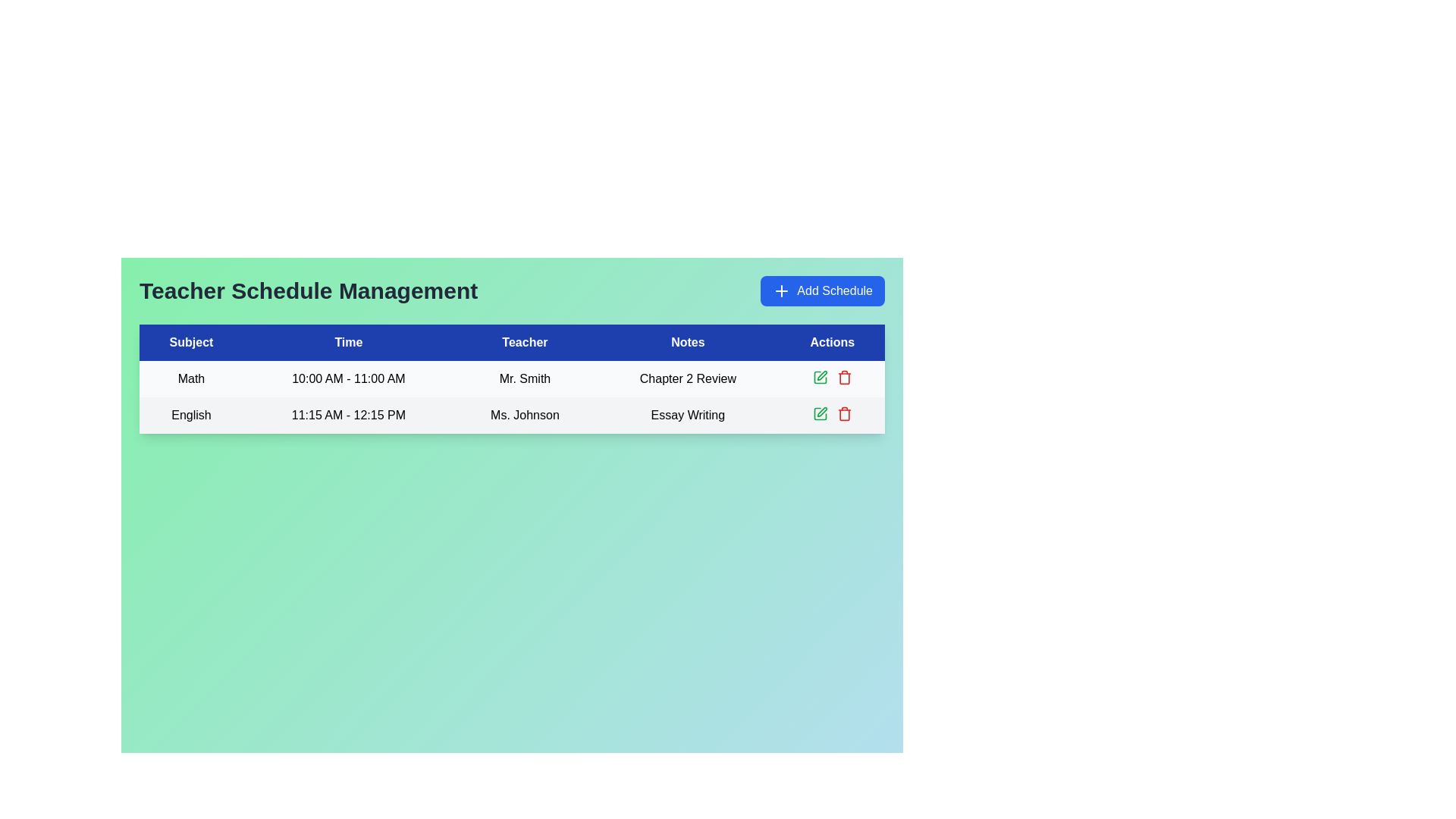  I want to click on the Icon Button that resembles a pen and square, located in the 'Actions' column of the second row of a two-row table, so click(819, 376).